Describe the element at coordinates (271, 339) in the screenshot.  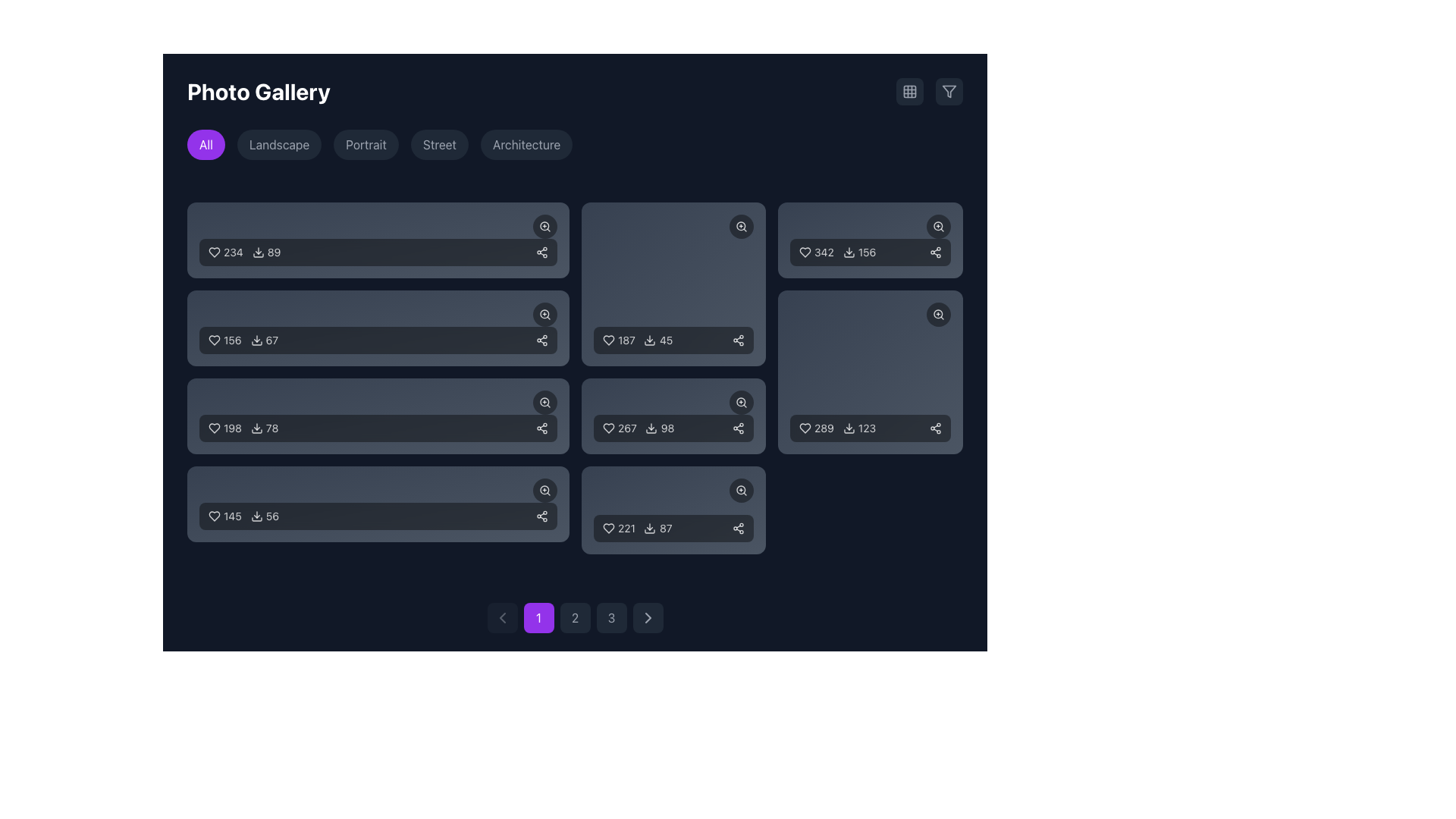
I see `the text element displaying the number '67', which is styled in a small serif font and is part of a horizontal layout with a download icon to its left, located in the second row and first column of a grid layout` at that location.